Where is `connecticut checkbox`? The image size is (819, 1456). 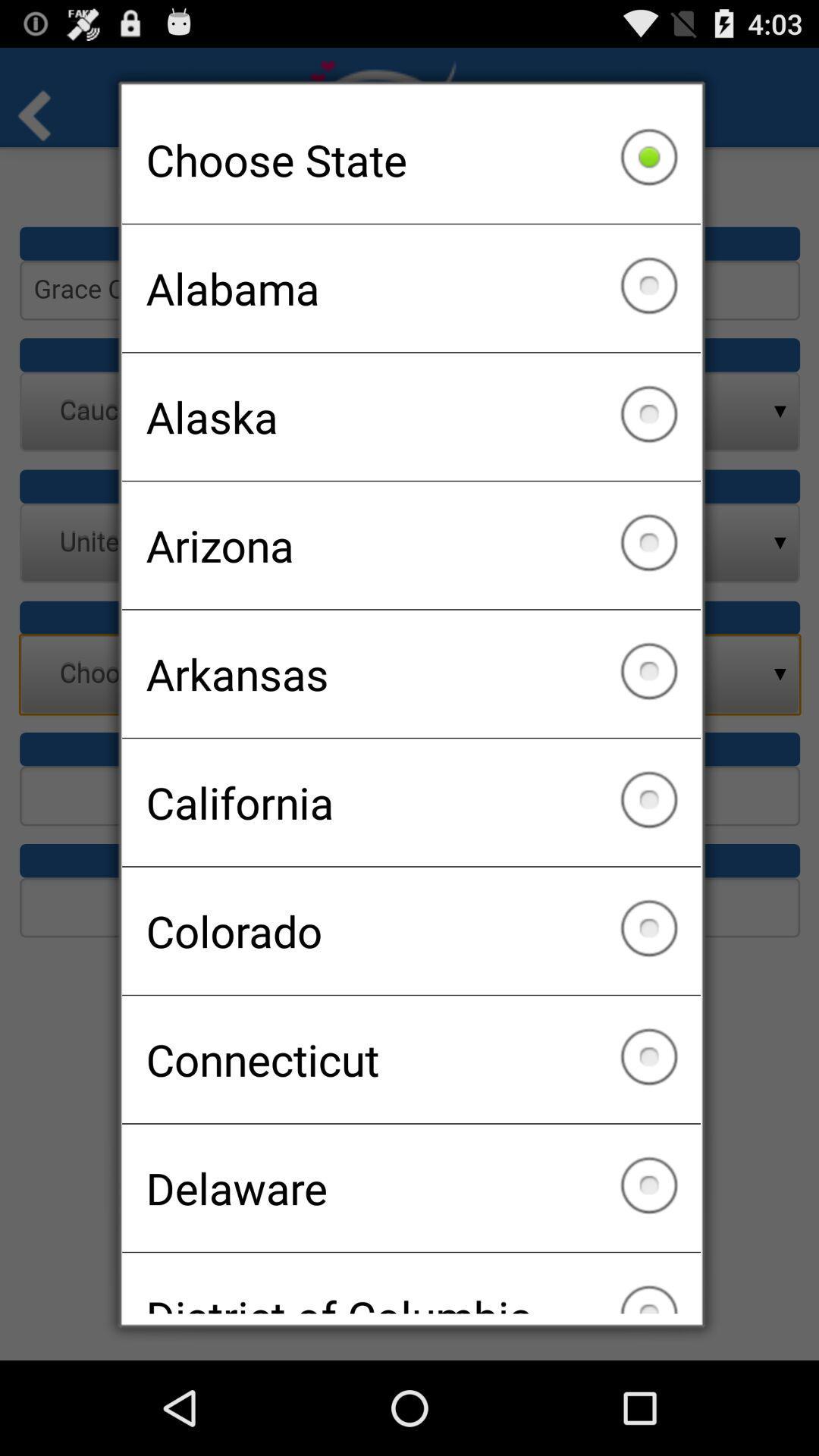
connecticut checkbox is located at coordinates (411, 1059).